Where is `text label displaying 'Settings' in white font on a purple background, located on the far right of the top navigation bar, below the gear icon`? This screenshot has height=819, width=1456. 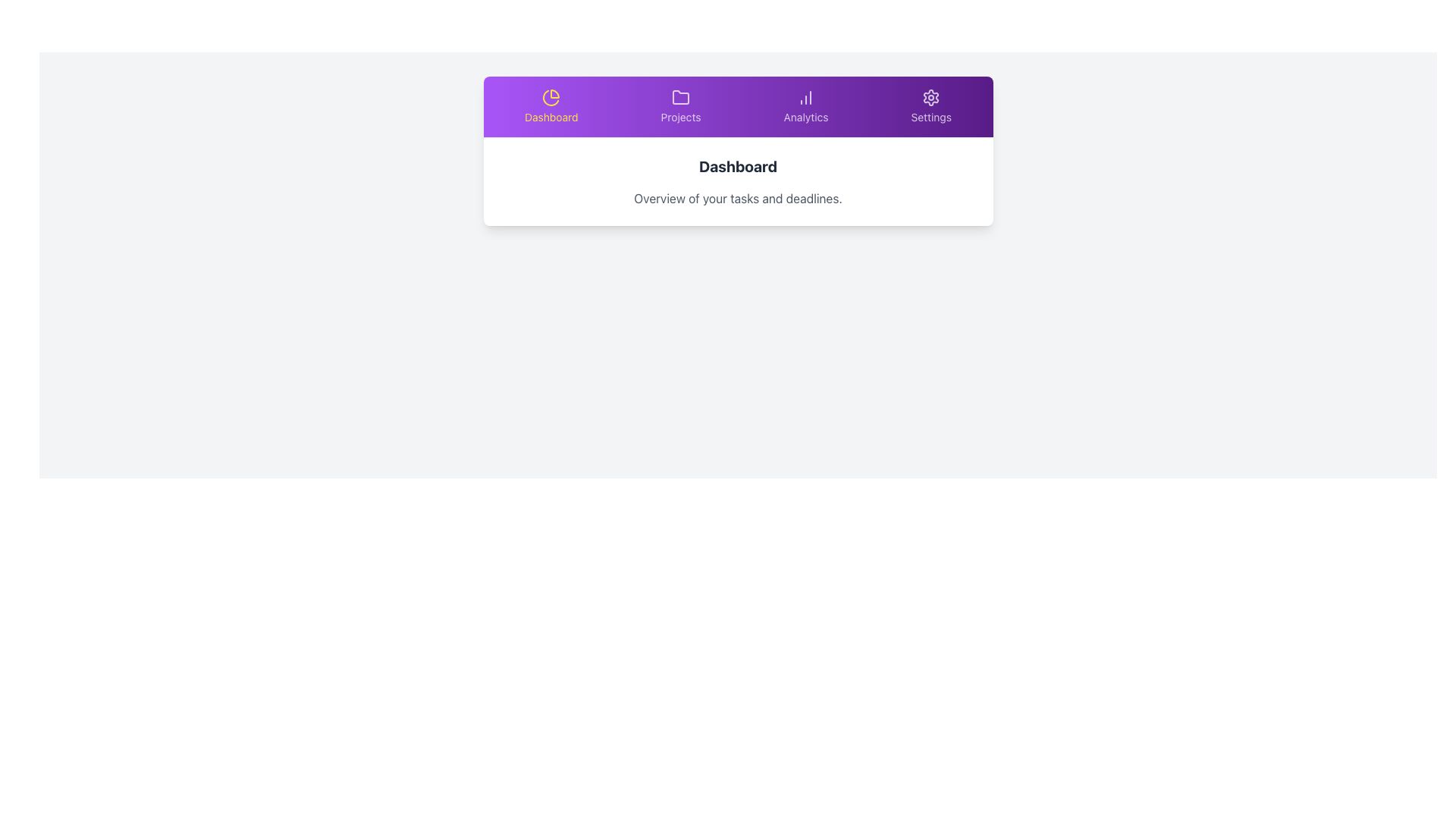 text label displaying 'Settings' in white font on a purple background, located on the far right of the top navigation bar, below the gear icon is located at coordinates (930, 116).